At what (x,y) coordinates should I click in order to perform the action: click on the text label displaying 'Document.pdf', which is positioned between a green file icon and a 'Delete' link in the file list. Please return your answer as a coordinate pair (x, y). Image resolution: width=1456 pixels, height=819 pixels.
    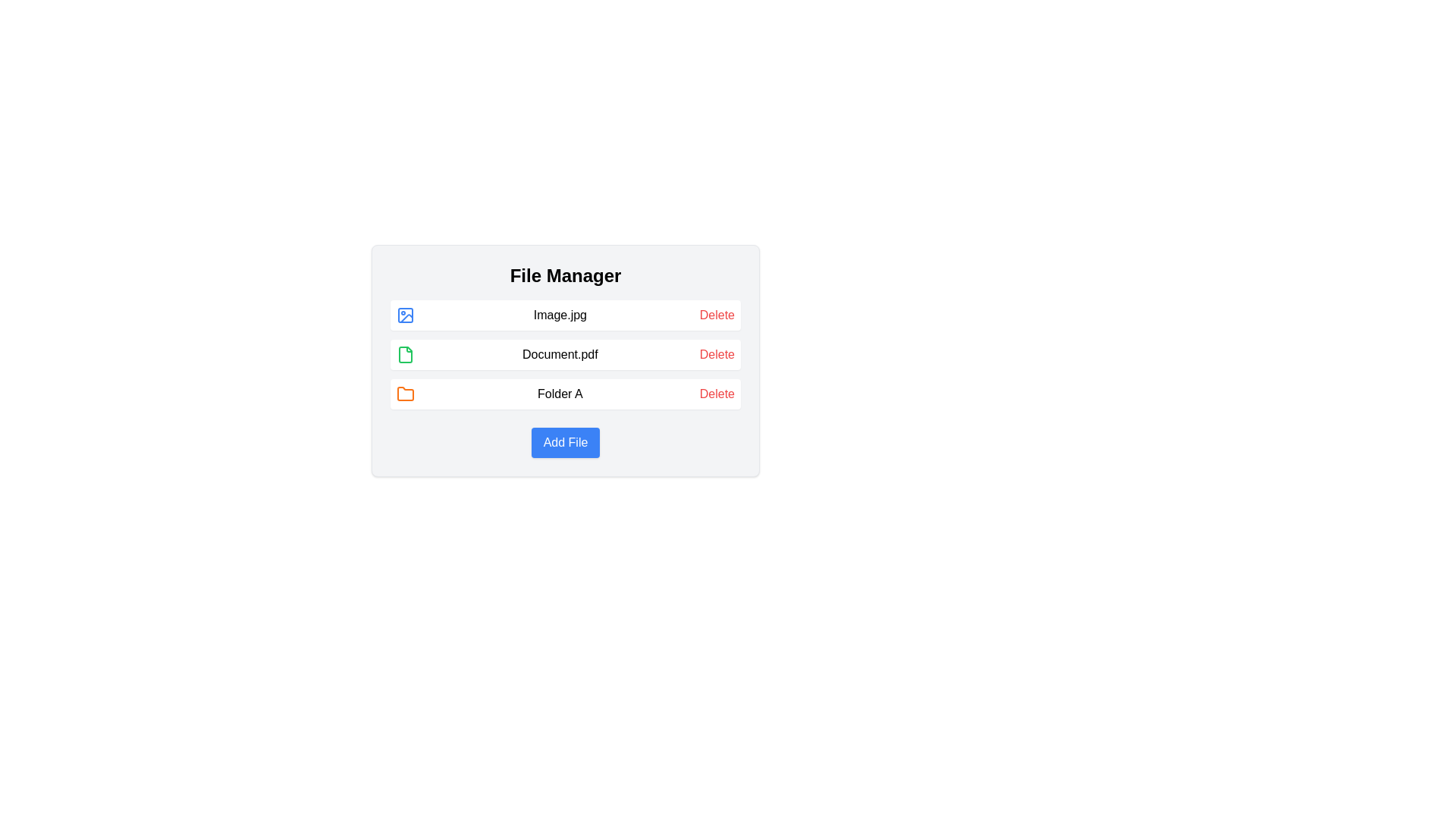
    Looking at the image, I should click on (559, 354).